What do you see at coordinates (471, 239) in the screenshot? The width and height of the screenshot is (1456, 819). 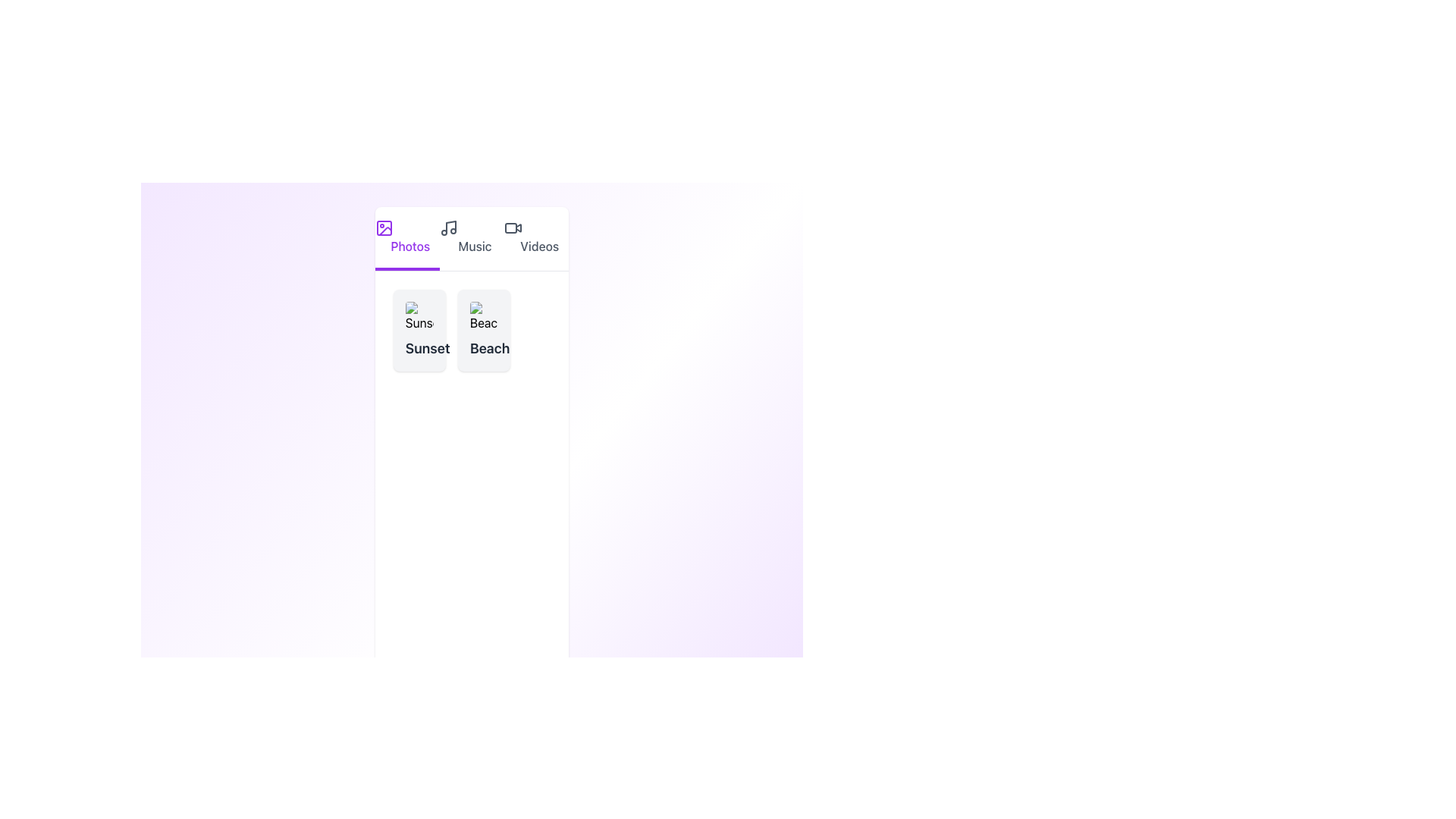 I see `the 'Music' tab in the navigation bar` at bounding box center [471, 239].